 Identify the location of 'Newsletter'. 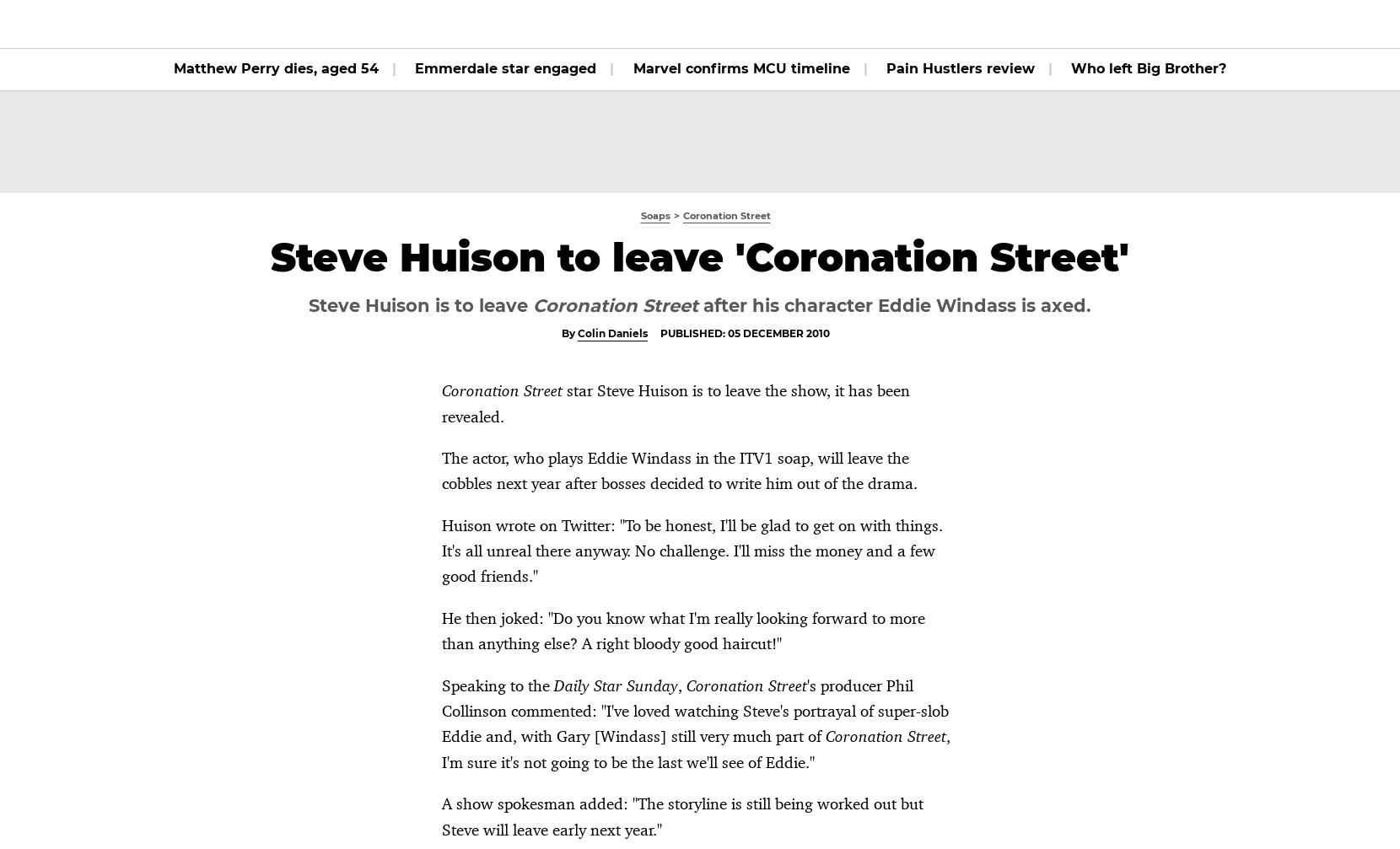
(1151, 23).